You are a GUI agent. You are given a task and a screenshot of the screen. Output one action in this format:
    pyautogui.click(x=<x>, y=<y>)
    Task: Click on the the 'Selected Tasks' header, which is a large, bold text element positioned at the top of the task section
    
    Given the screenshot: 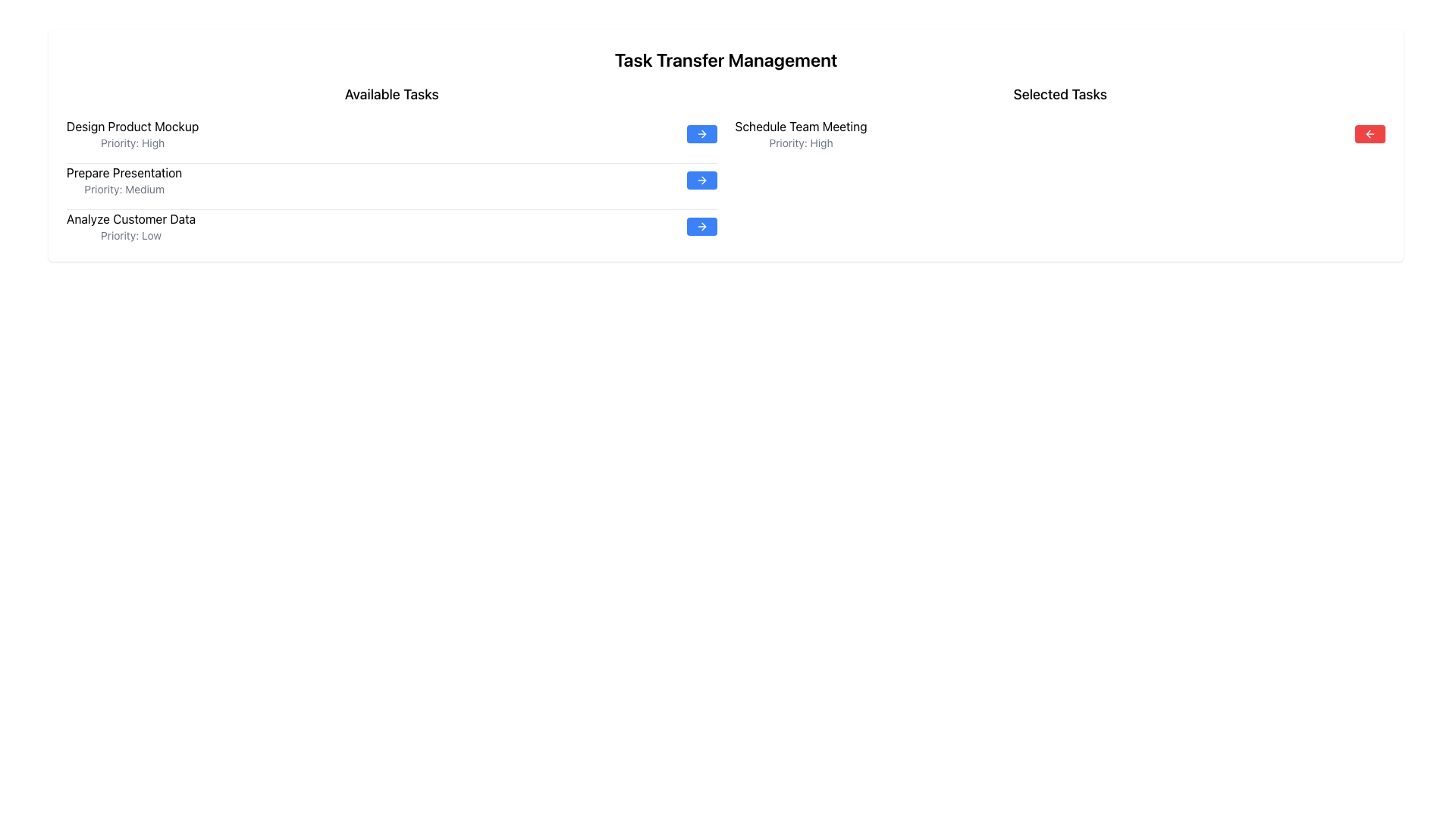 What is the action you would take?
    pyautogui.click(x=1059, y=94)
    